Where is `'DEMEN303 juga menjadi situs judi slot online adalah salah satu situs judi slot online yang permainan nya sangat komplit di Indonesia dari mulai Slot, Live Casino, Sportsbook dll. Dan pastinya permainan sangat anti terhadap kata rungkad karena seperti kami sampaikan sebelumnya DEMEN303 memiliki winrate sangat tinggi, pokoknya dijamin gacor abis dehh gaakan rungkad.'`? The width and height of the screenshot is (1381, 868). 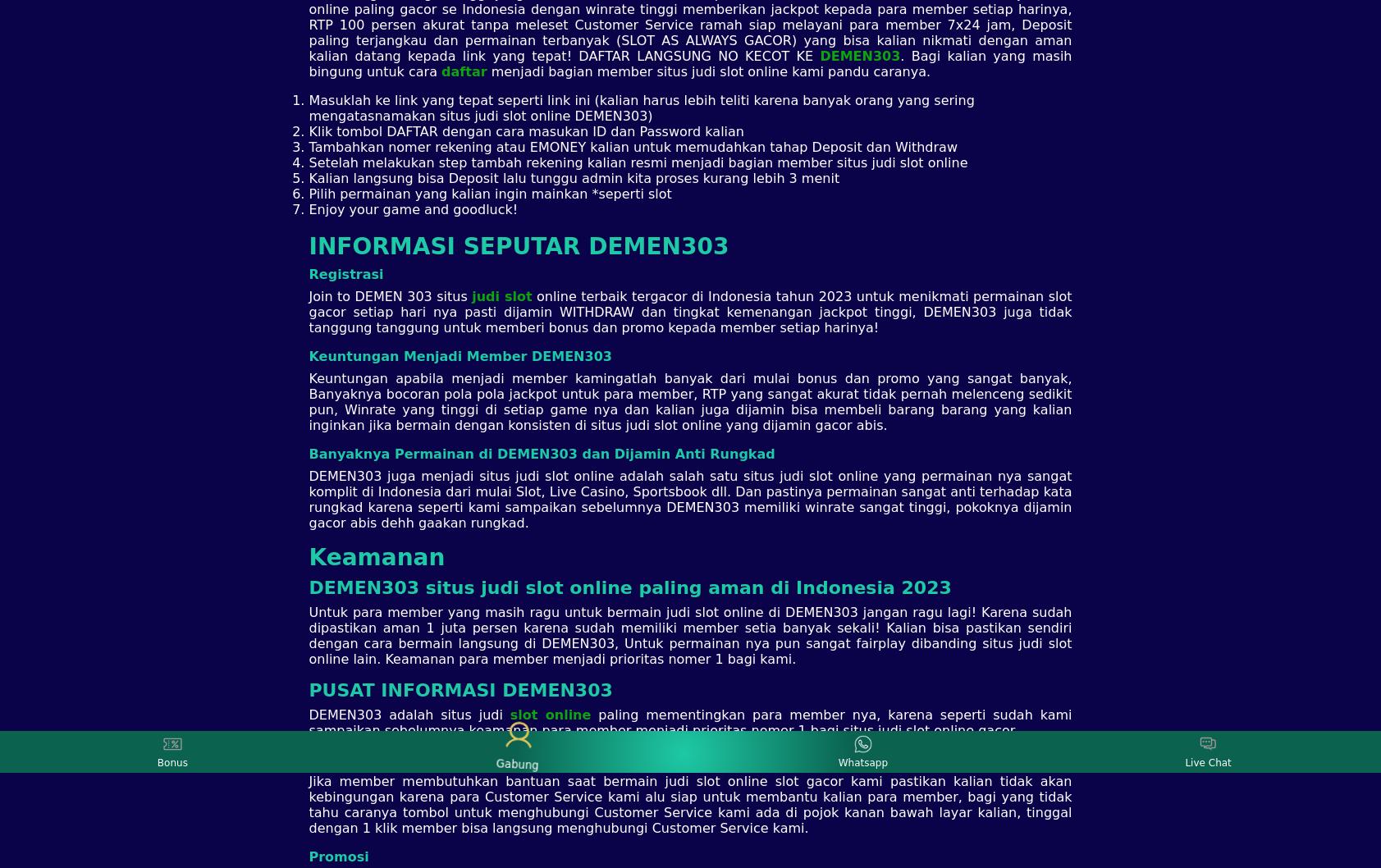 'DEMEN303 juga menjadi situs judi slot online adalah salah satu situs judi slot online yang permainan nya sangat komplit di Indonesia dari mulai Slot, Live Casino, Sportsbook dll. Dan pastinya permainan sangat anti terhadap kata rungkad karena seperti kami sampaikan sebelumnya DEMEN303 memiliki winrate sangat tinggi, pokoknya dijamin gacor abis dehh gaakan rungkad.' is located at coordinates (688, 499).